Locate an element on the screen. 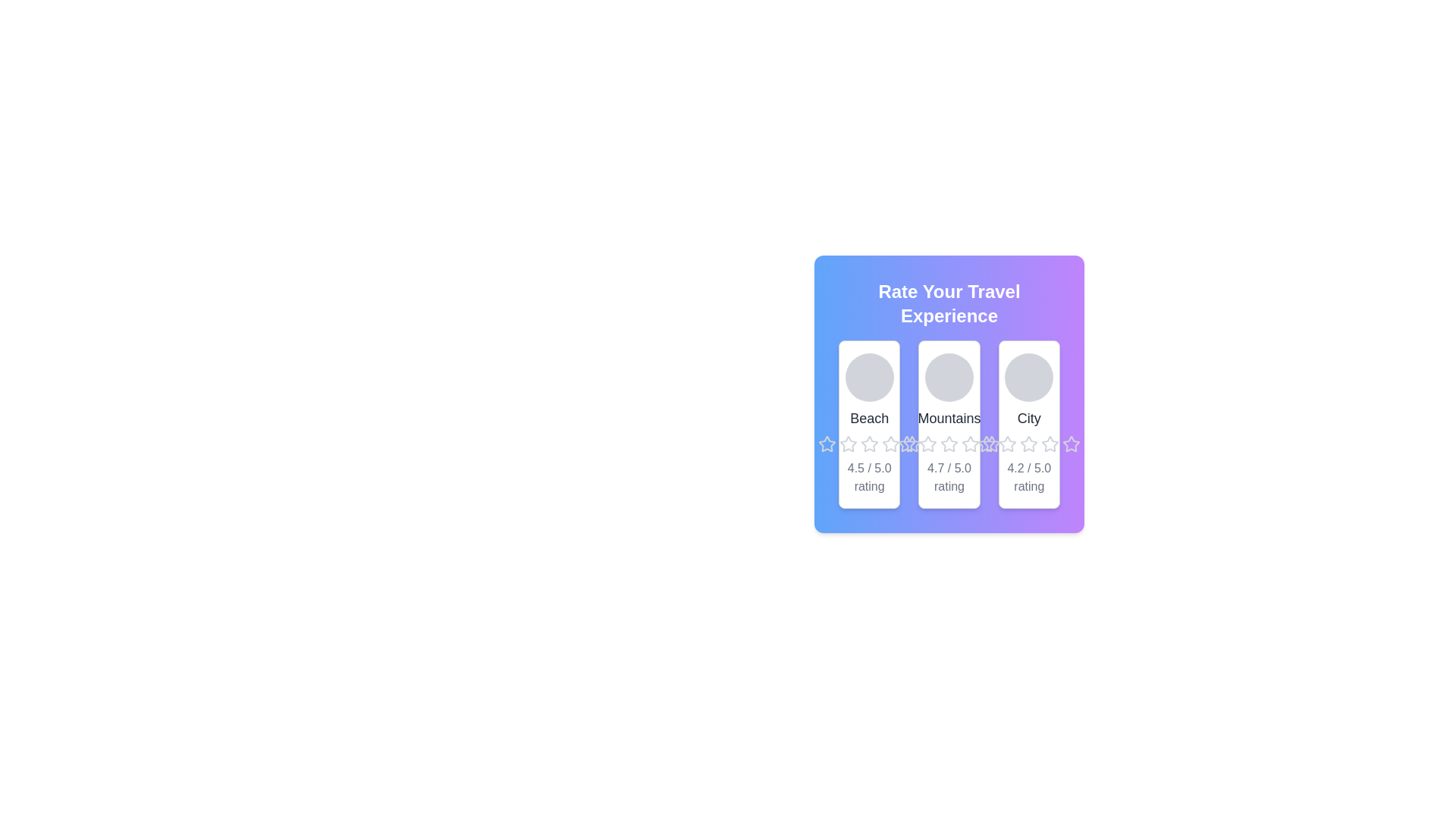 Image resolution: width=1456 pixels, height=819 pixels. the third interactive rating star located below the 'City' label in the third column to provide visual feedback is located at coordinates (1029, 444).